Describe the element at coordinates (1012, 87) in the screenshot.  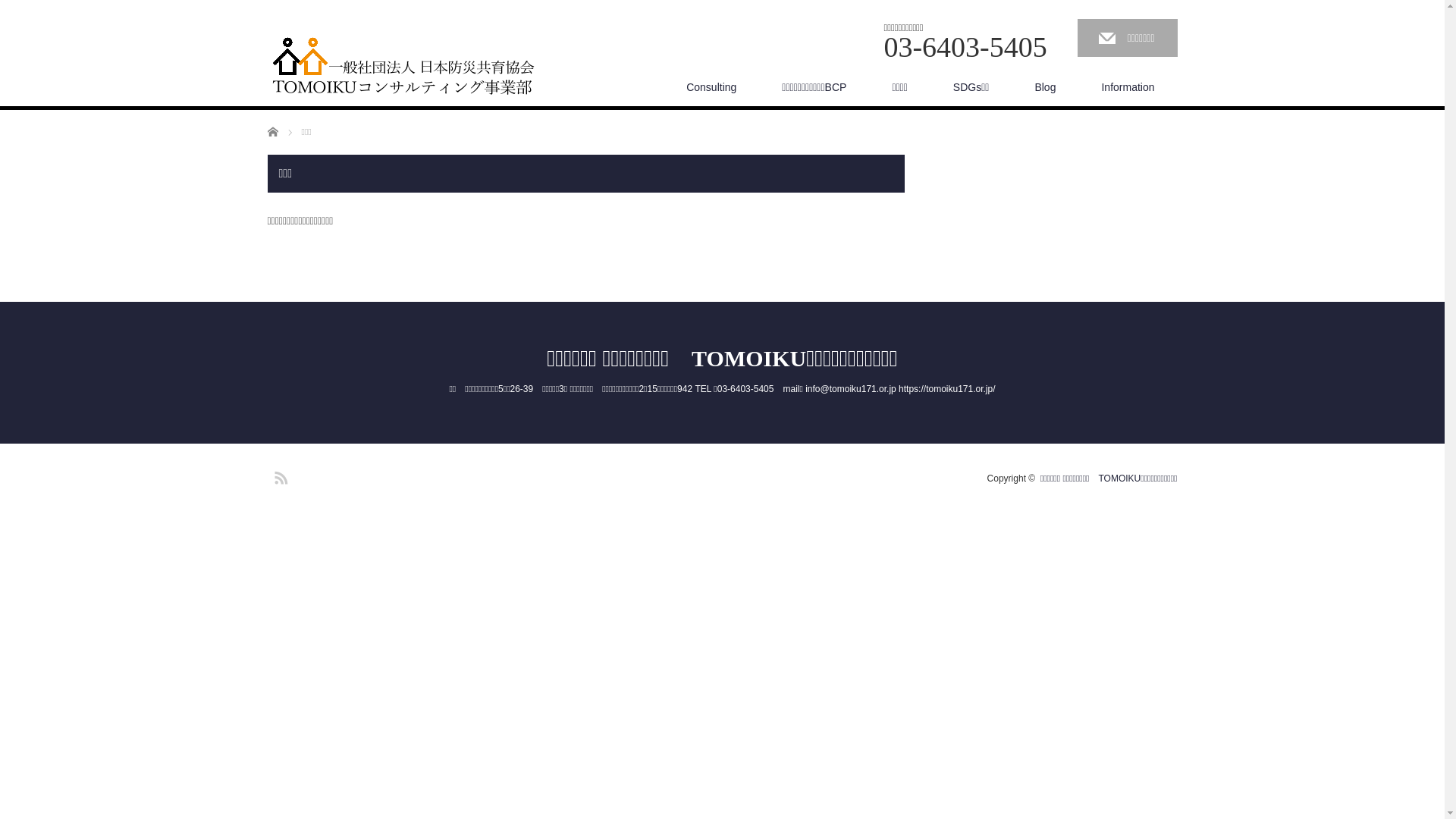
I see `'Blog'` at that location.